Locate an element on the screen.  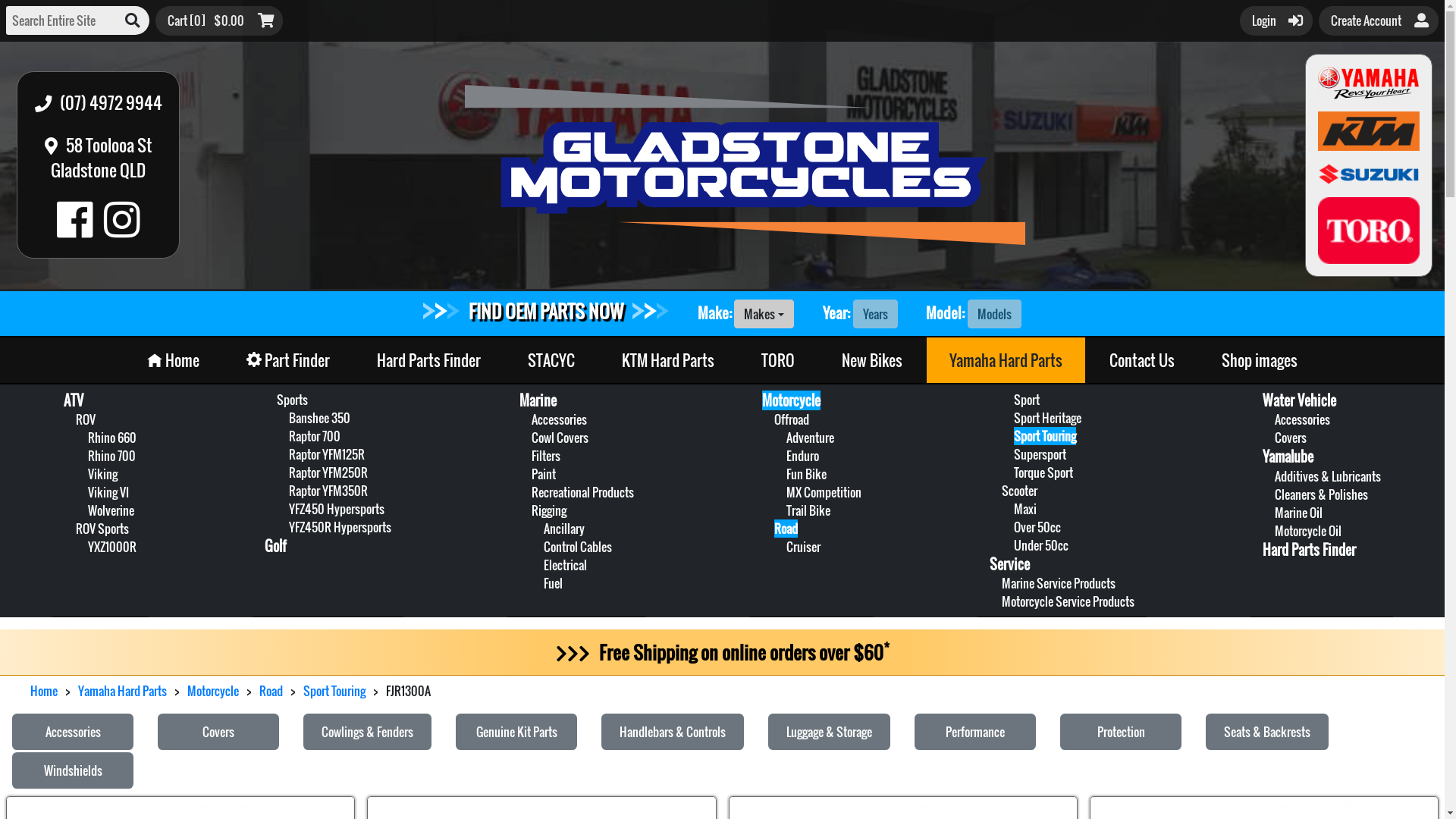
'Water Vehicle' is located at coordinates (1298, 400).